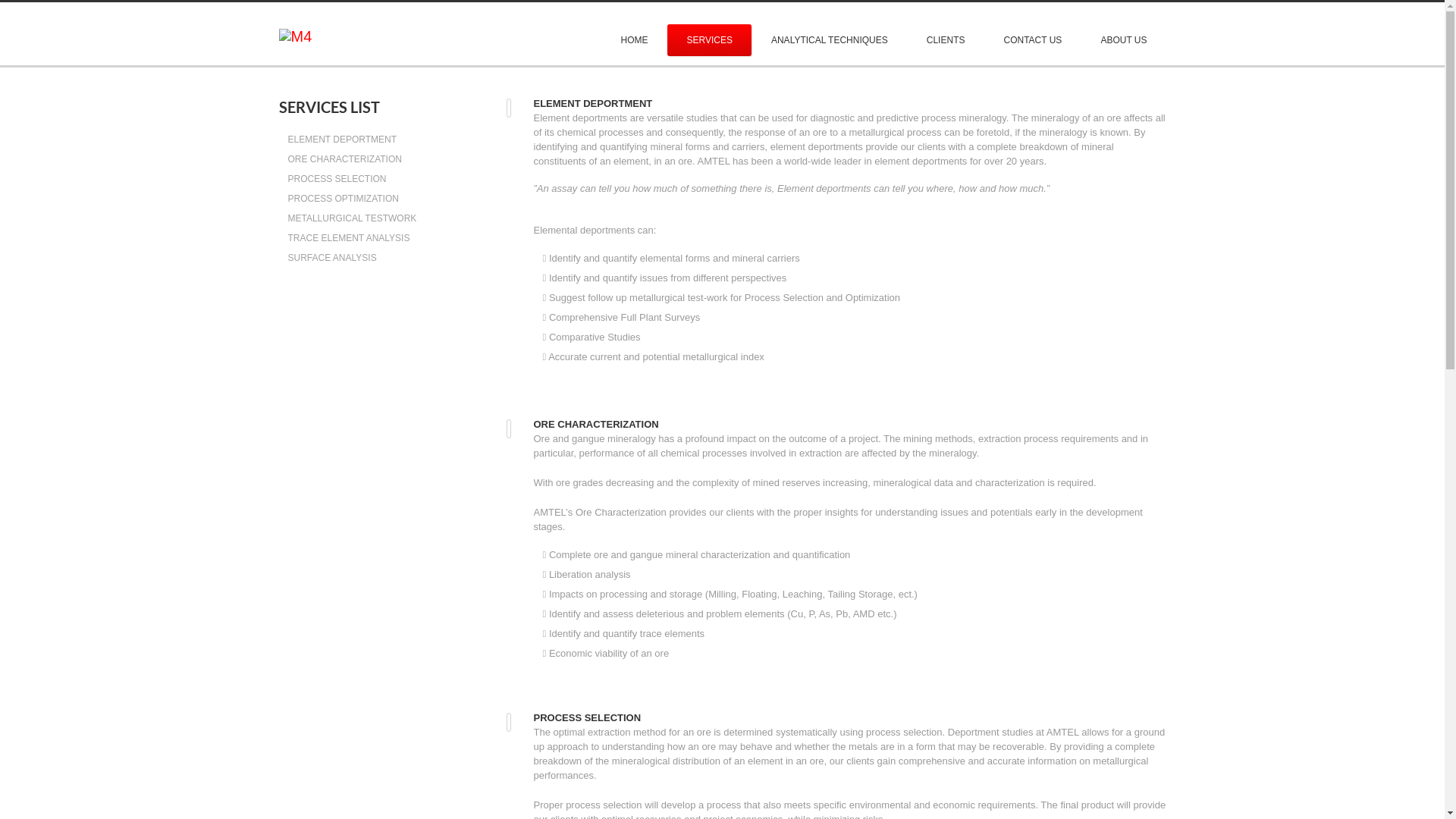 The image size is (1456, 819). Describe the element at coordinates (342, 198) in the screenshot. I see `'PROCESS OPTIMIZATION'` at that location.